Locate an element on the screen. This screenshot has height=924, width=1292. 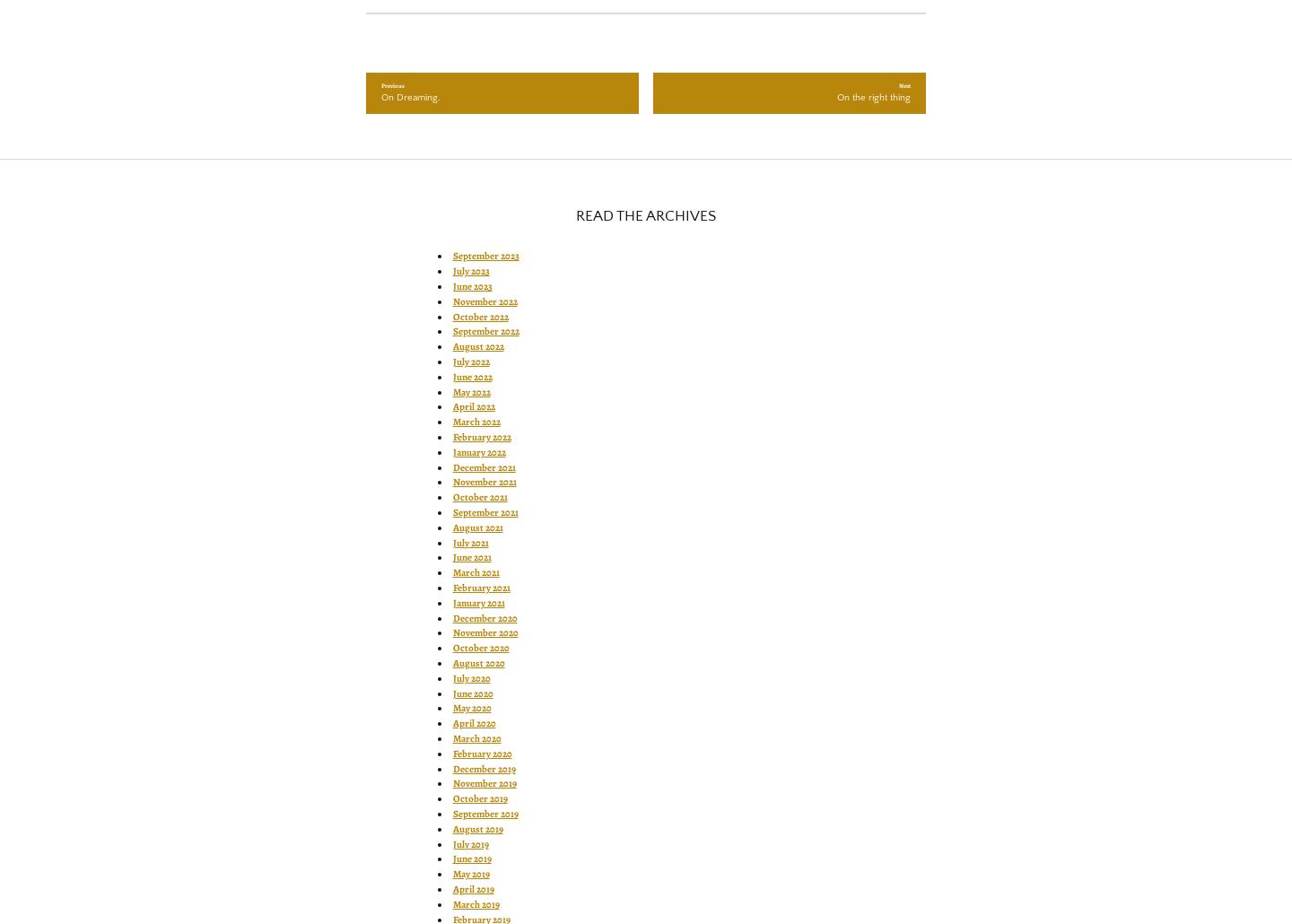
'READ THE ARCHIVES' is located at coordinates (644, 216).